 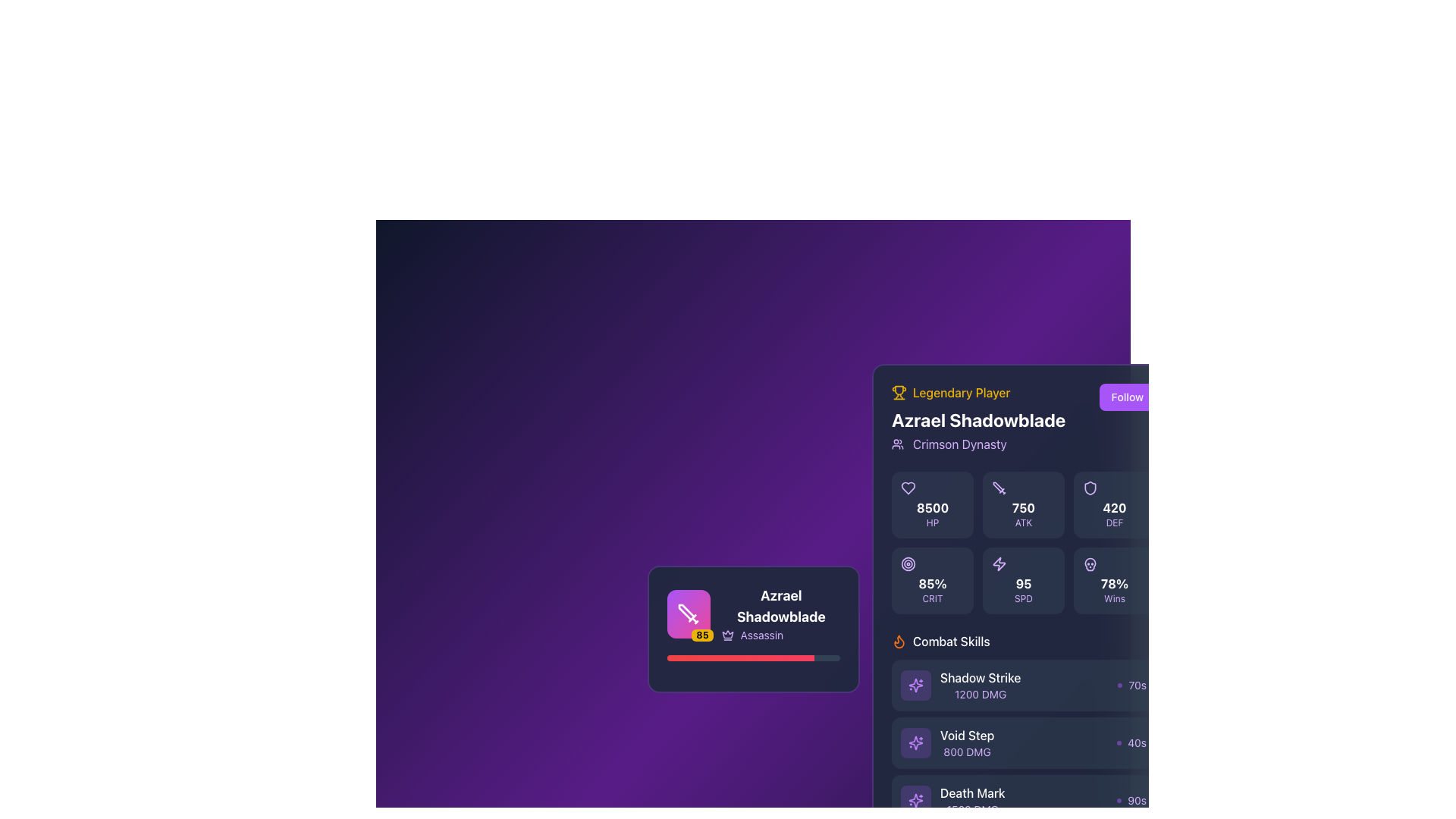 What do you see at coordinates (915, 742) in the screenshot?
I see `the star-shaped icon with purple color and rounded edges, which is located within a light purple rectangular area, representing sparkles` at bounding box center [915, 742].